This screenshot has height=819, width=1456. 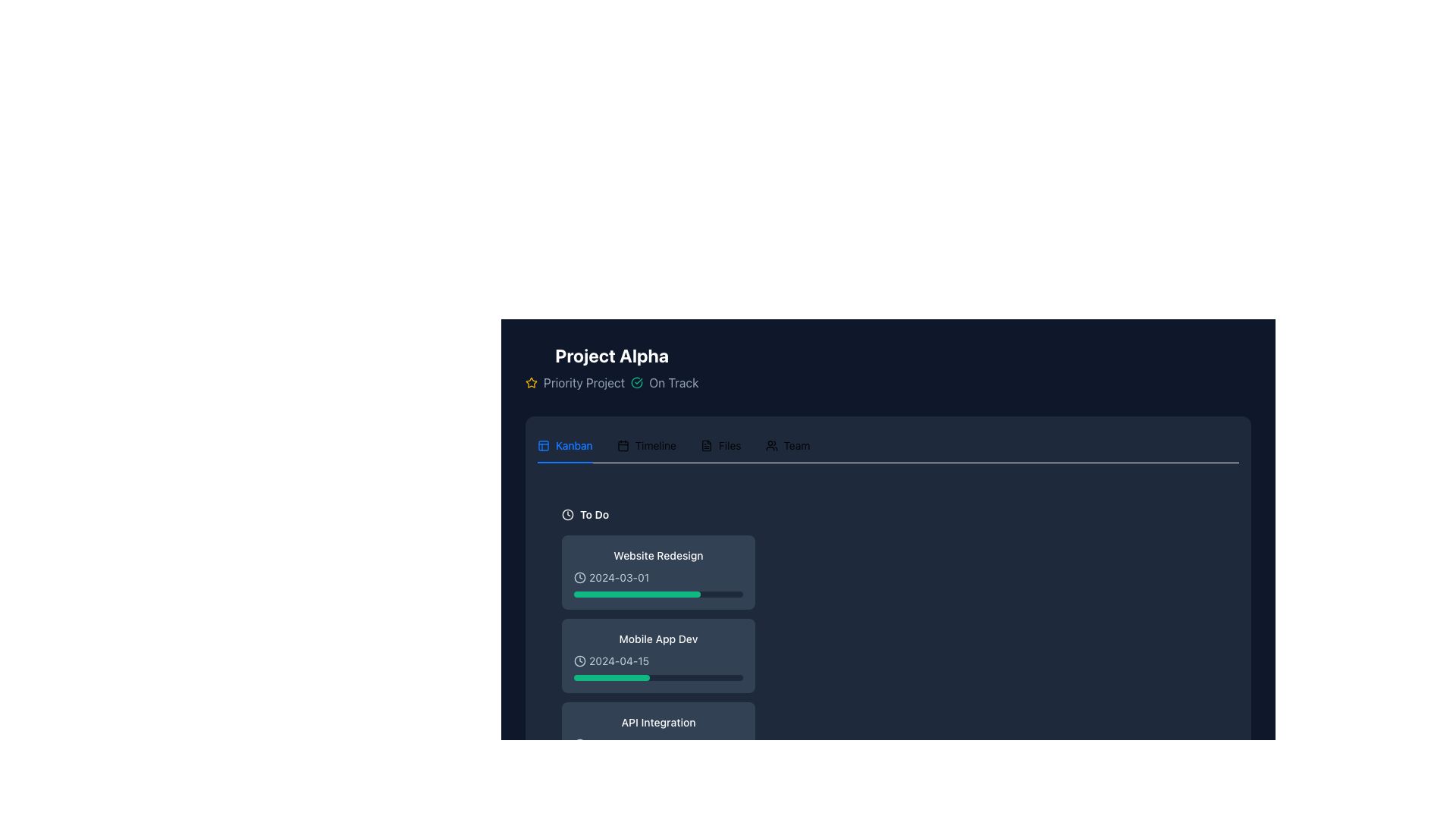 I want to click on the 'Kanban' tab, which is the leftmost tab in the row, featuring bold blue text and a minimalistic panel icon, so click(x=564, y=444).